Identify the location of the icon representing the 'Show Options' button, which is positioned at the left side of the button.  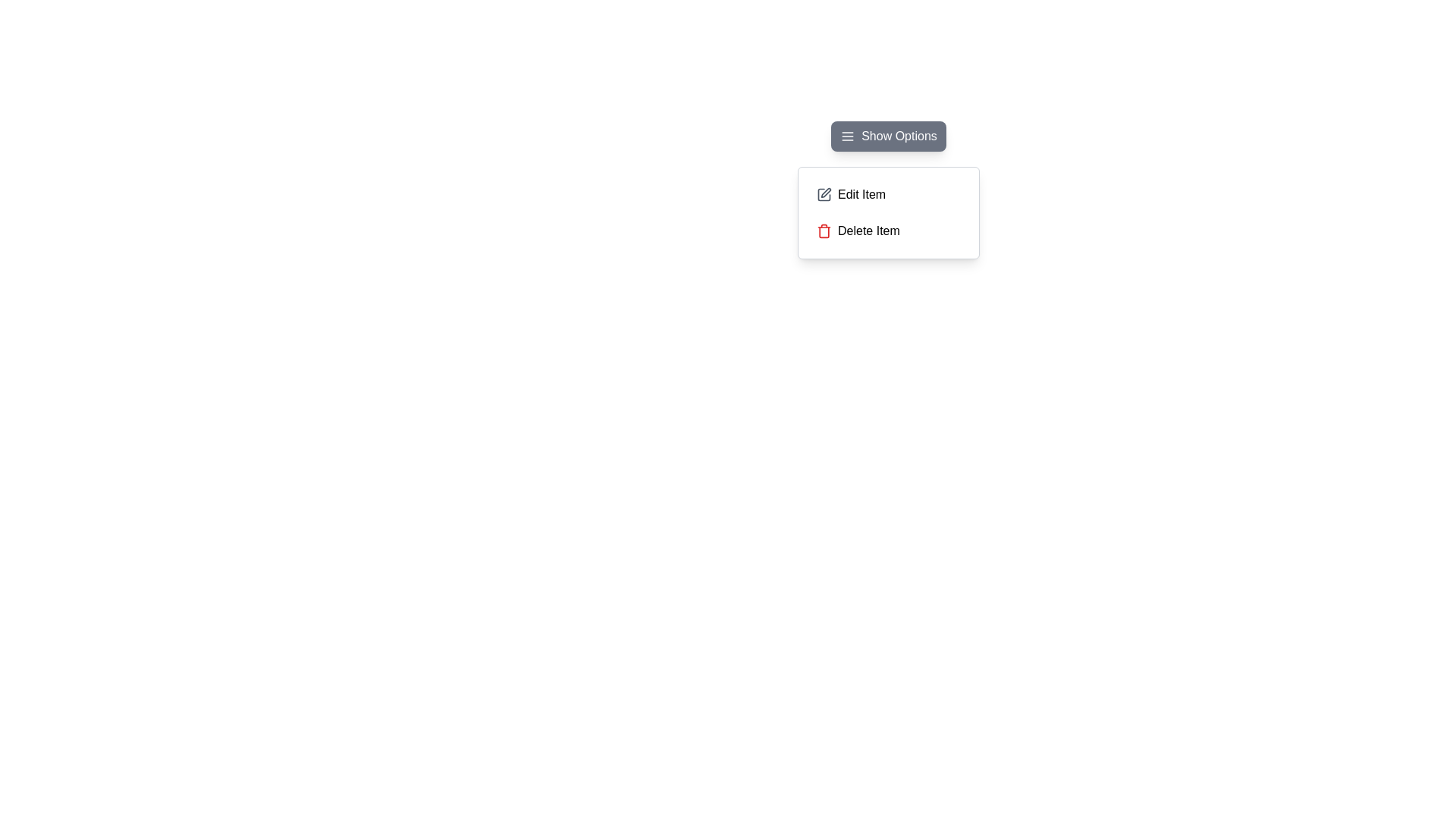
(847, 136).